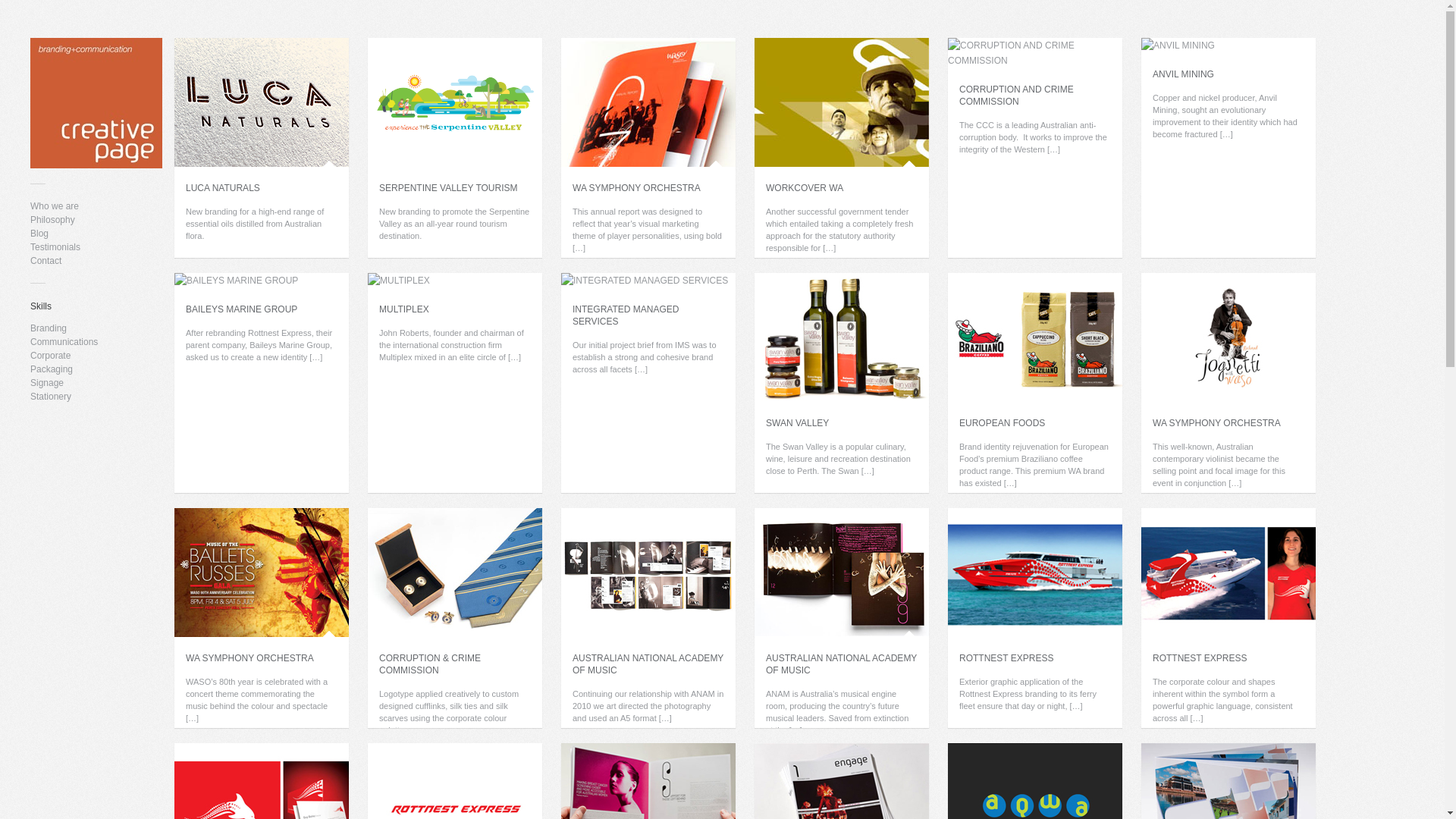 This screenshot has width=1456, height=819. I want to click on 'Who we are', so click(55, 206).